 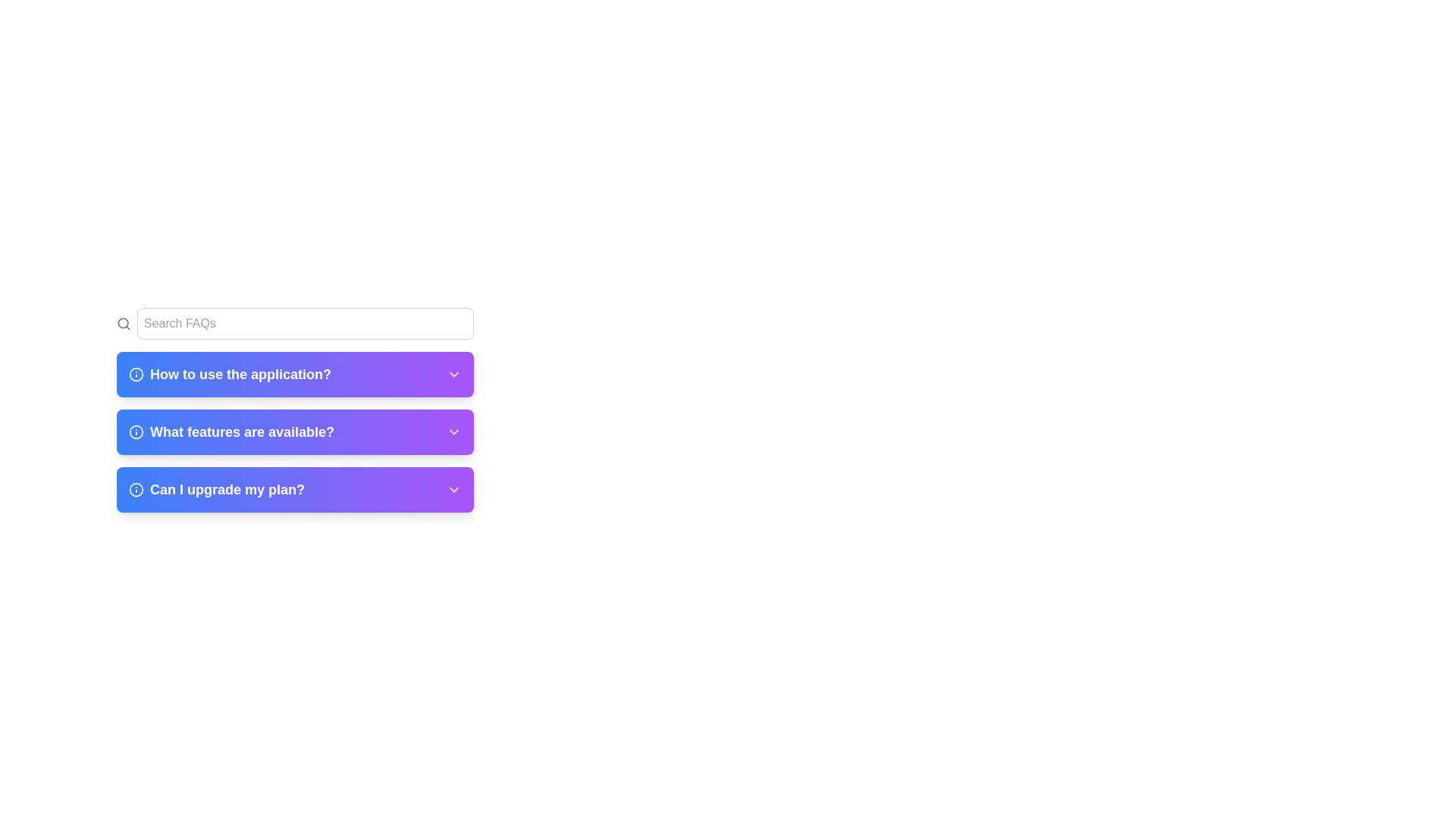 What do you see at coordinates (241, 432) in the screenshot?
I see `text content of the FAQ section title located between 'How to use the application?' and 'Can I upgrade my plan?'` at bounding box center [241, 432].